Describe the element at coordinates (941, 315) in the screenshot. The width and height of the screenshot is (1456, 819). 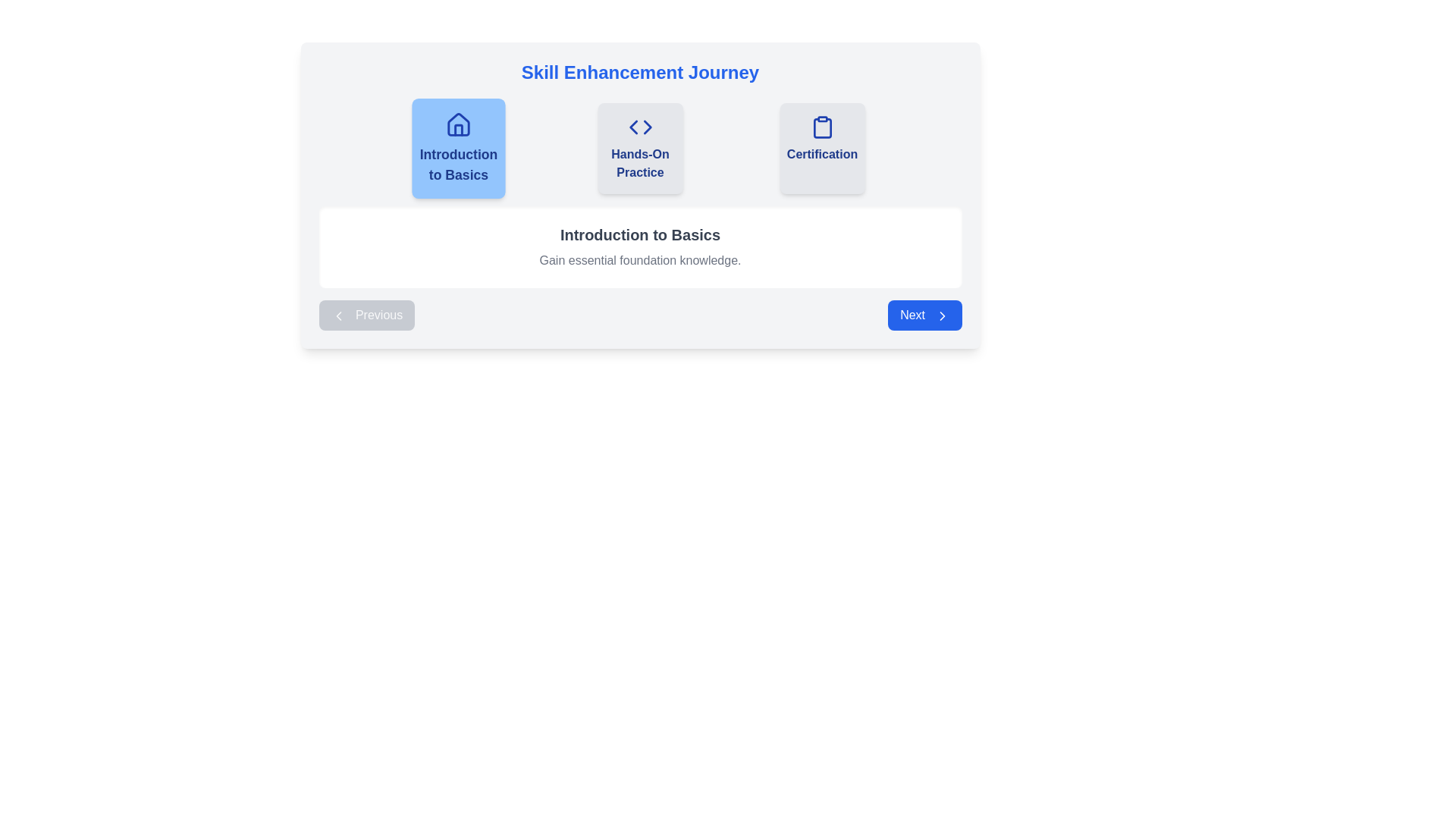
I see `the chevron-shaped arrow icon located on the right side of the 'Next' button to interact with the button` at that location.